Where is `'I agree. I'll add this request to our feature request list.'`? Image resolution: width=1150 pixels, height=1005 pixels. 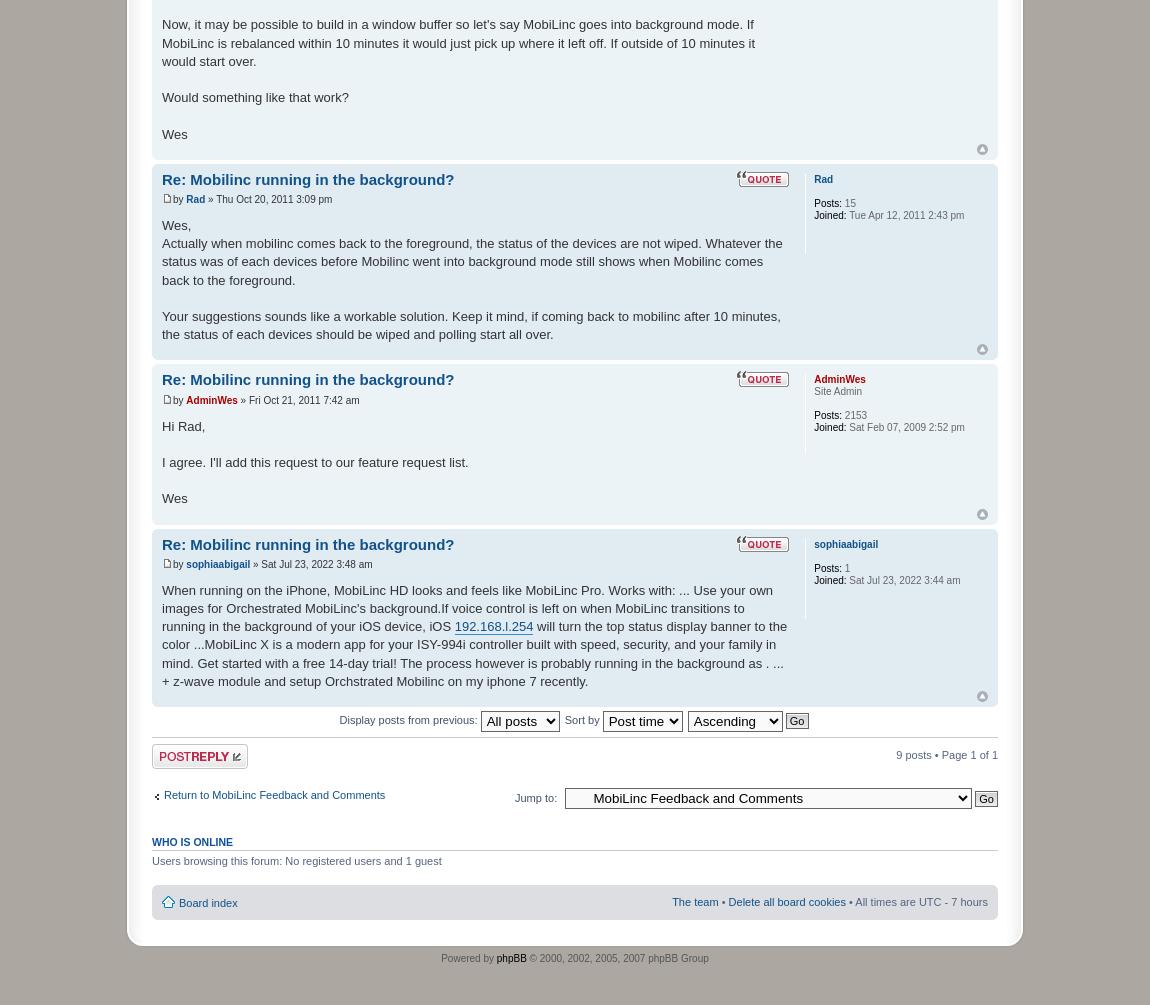
'I agree. I'll add this request to our feature request list.' is located at coordinates (314, 461).